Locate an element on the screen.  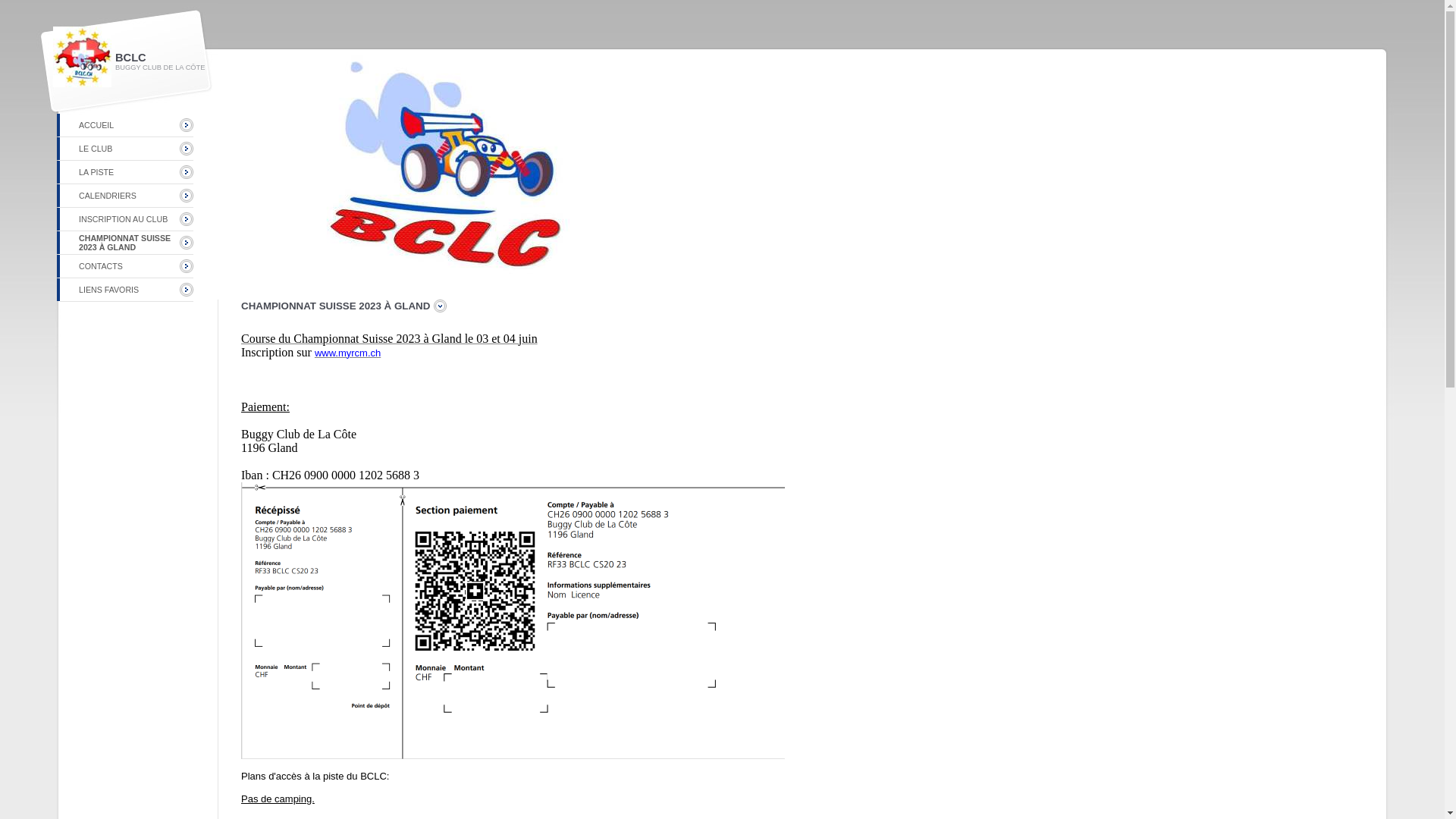
'CONTACTS' is located at coordinates (100, 265).